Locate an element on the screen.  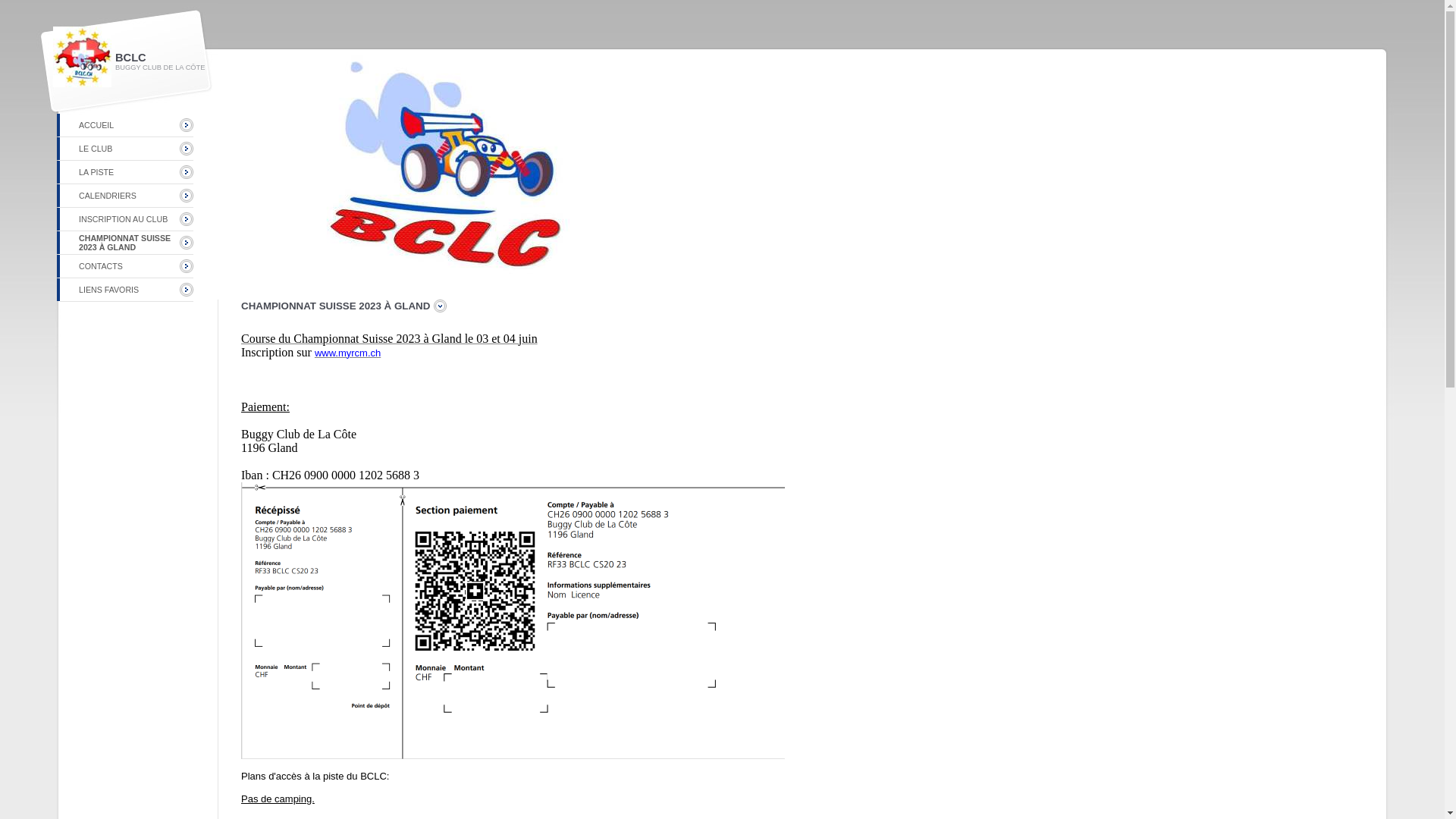
'CONTACTS' is located at coordinates (100, 265).